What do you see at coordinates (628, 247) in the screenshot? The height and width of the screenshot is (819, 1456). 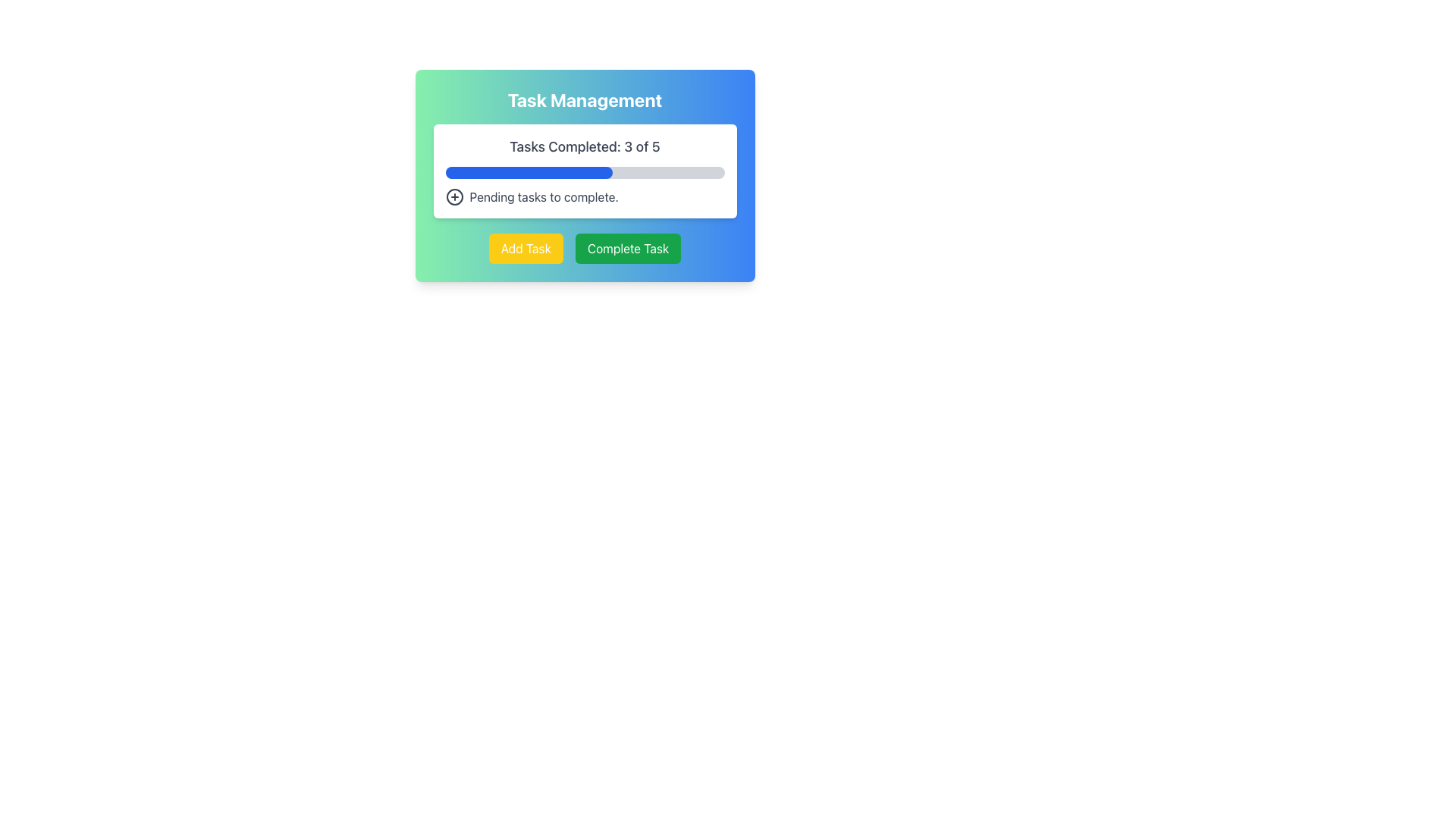 I see `the green 'Complete Task' button with rounded corners` at bounding box center [628, 247].